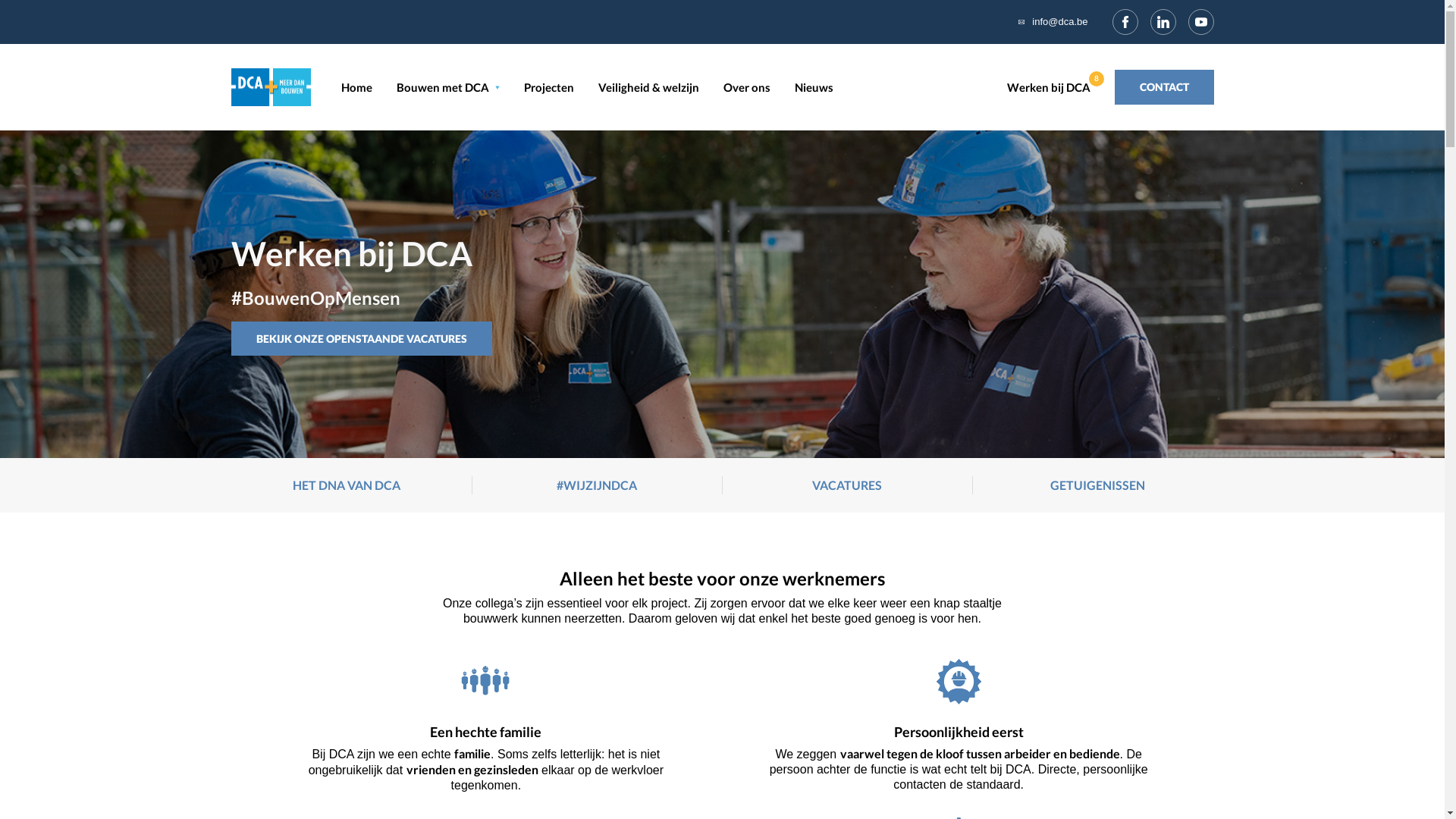 This screenshot has height=819, width=1456. What do you see at coordinates (958, 680) in the screenshot?
I see `'icoon-persoonlijkheid'` at bounding box center [958, 680].